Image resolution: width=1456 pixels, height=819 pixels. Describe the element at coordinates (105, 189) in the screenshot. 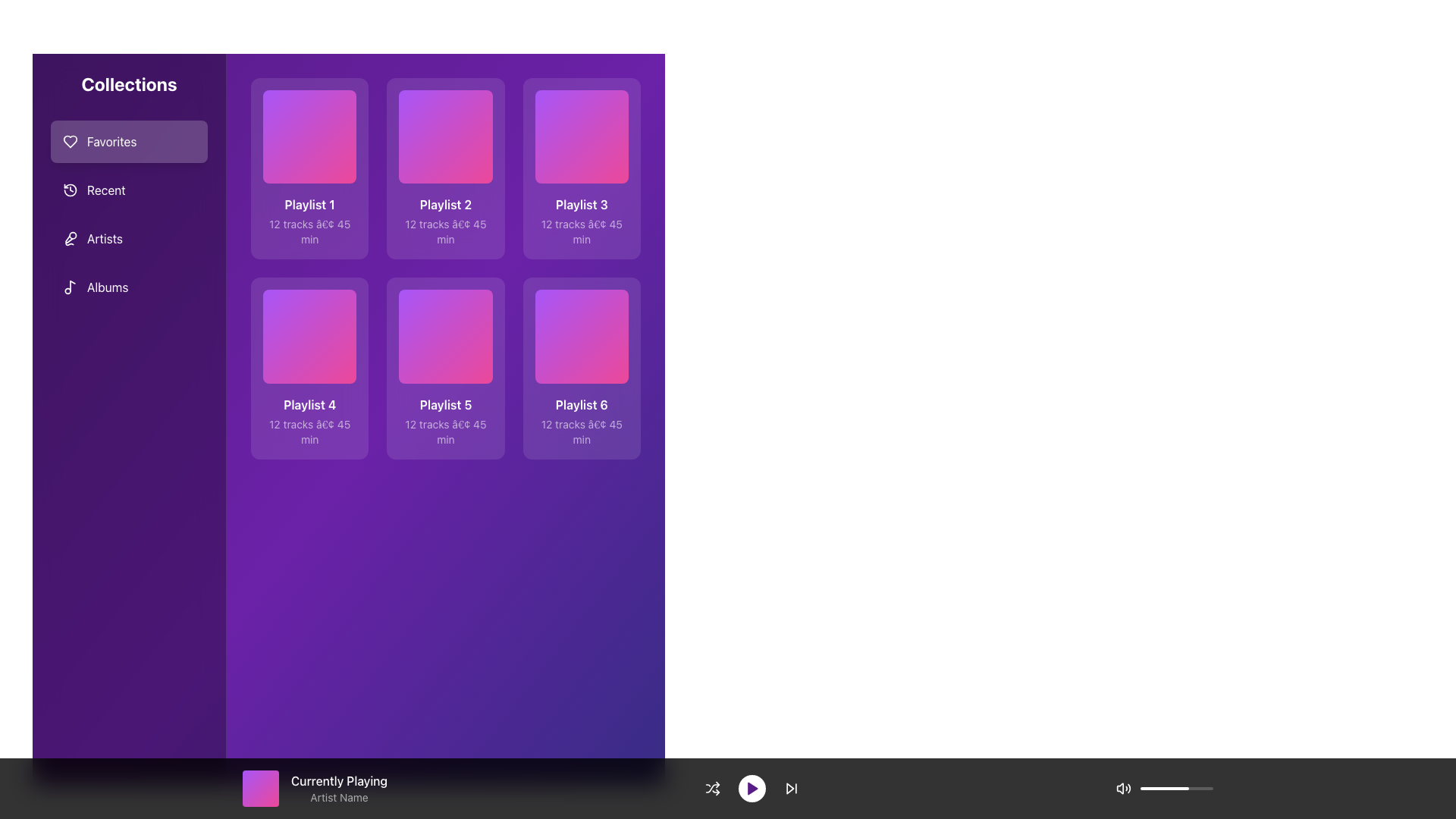

I see `the 'Recent' text label in the sidebar` at that location.